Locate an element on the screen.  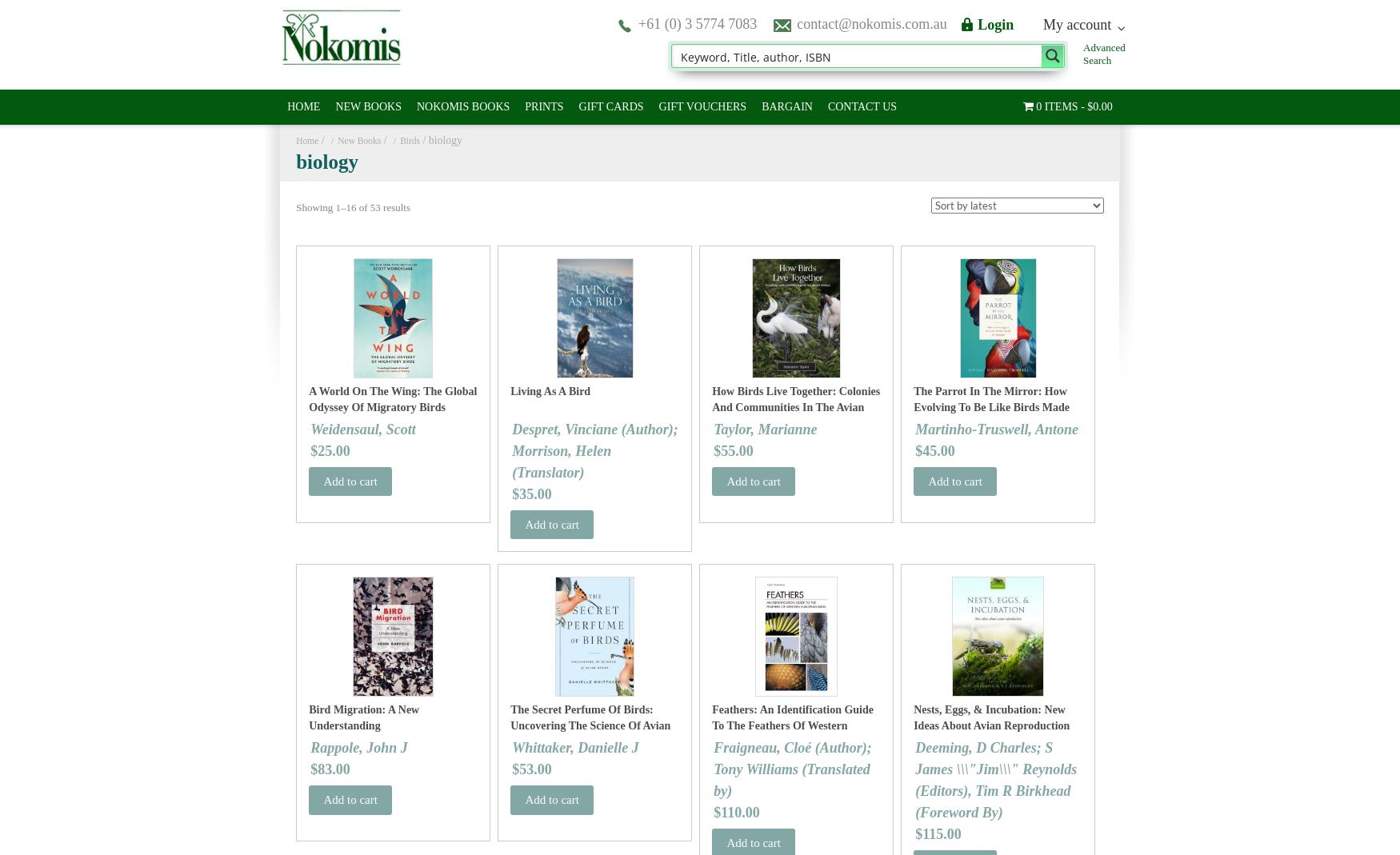
'Home' is located at coordinates (306, 140).